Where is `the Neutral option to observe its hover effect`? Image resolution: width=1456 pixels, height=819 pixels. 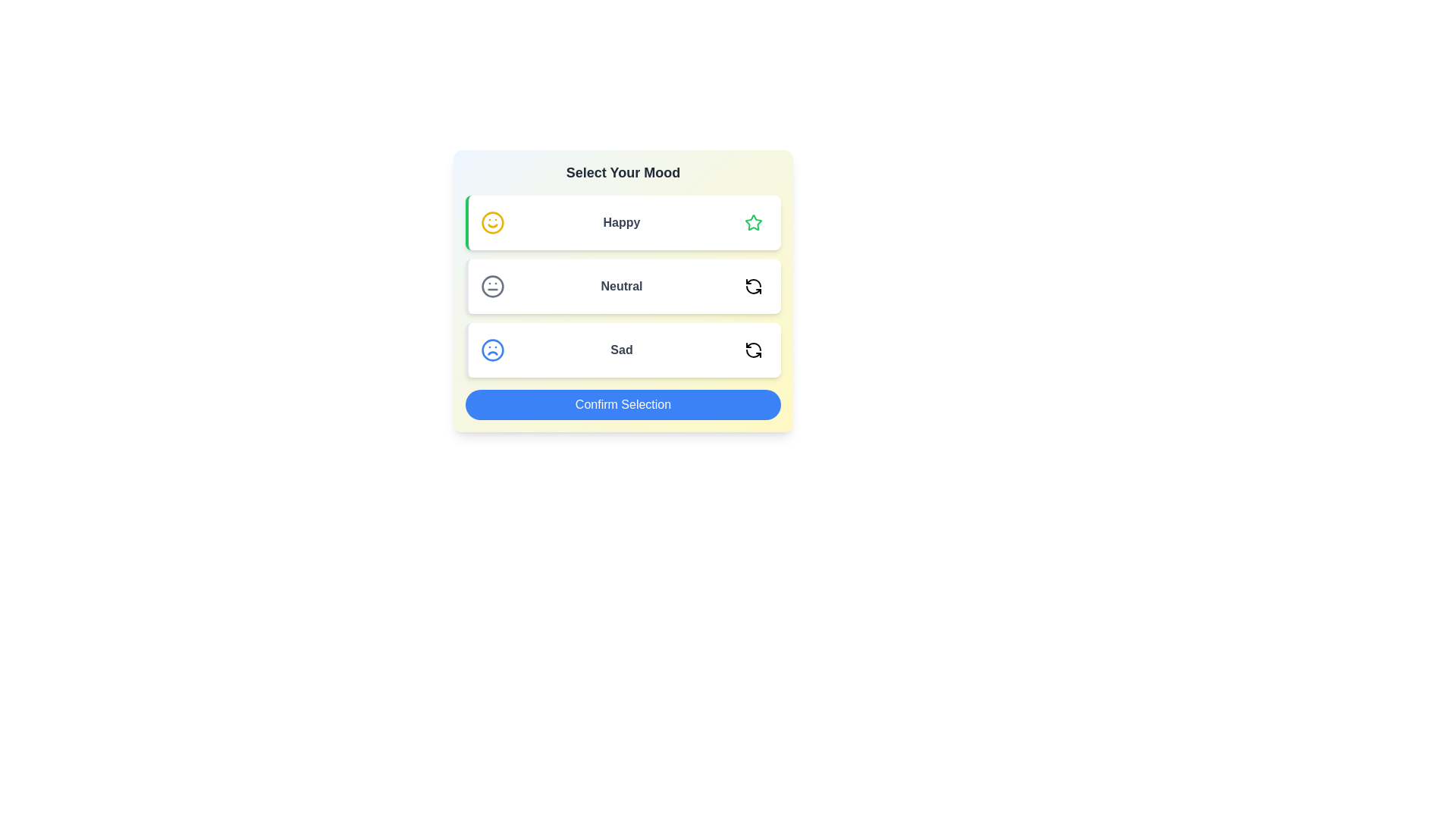 the Neutral option to observe its hover effect is located at coordinates (623, 287).